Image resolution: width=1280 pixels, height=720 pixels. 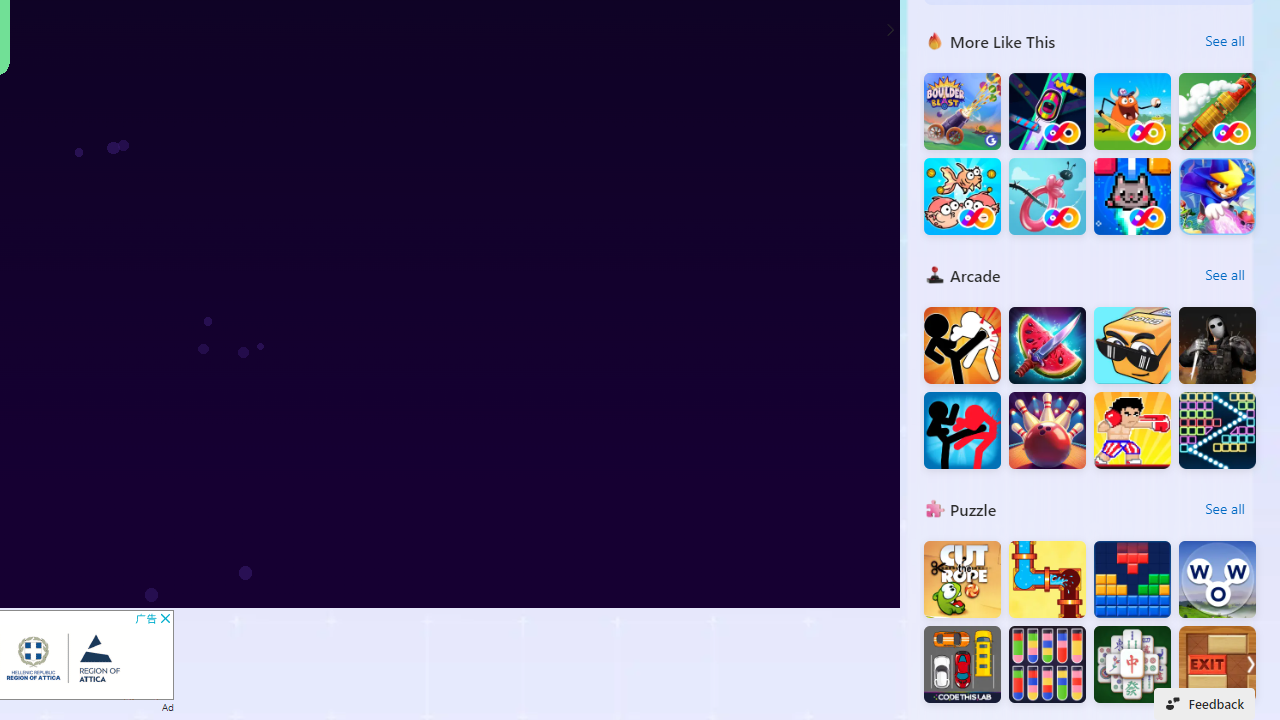 What do you see at coordinates (1046, 664) in the screenshot?
I see `'Water Sort Quest : Mission'` at bounding box center [1046, 664].